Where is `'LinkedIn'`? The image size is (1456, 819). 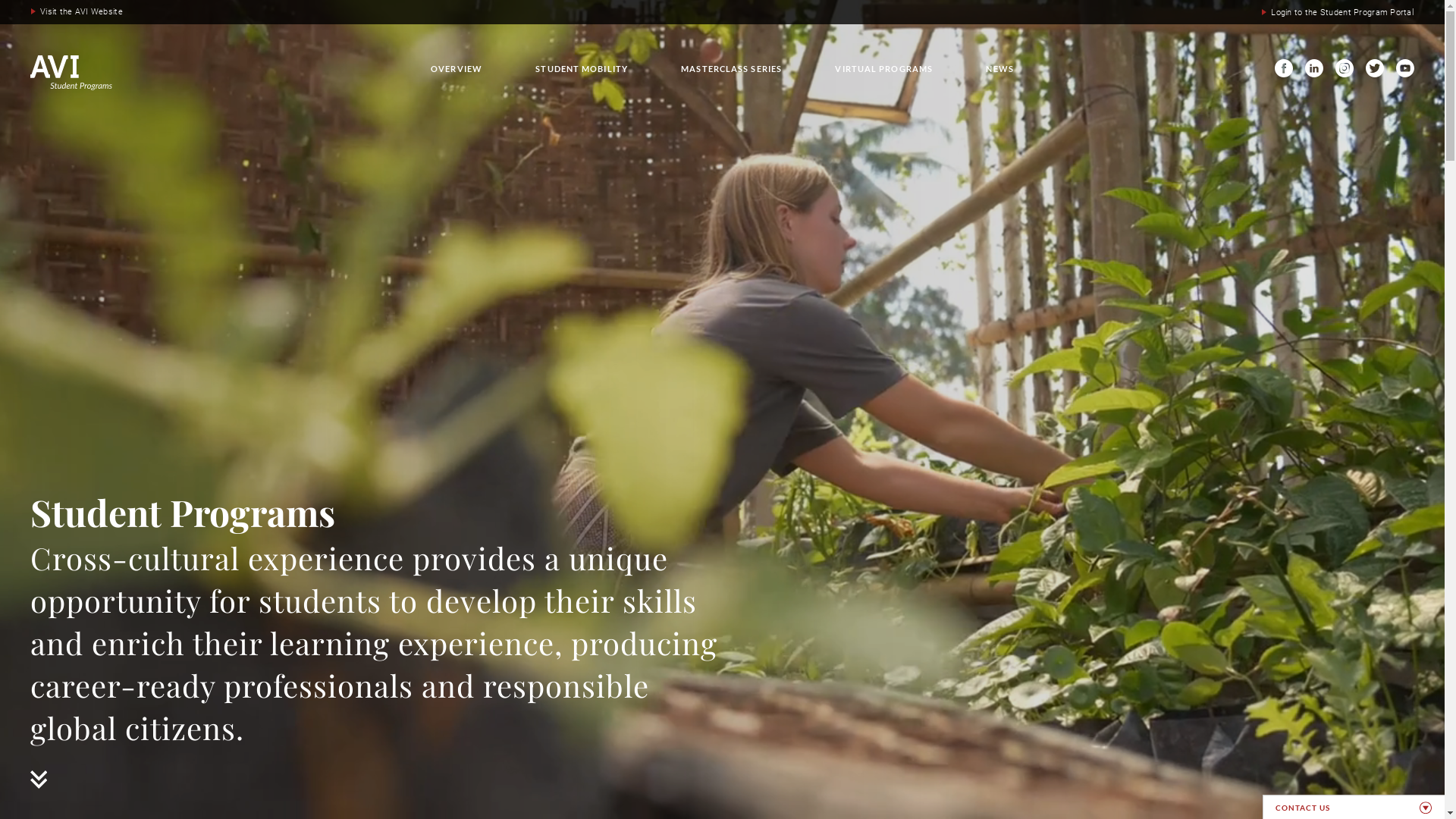 'LinkedIn' is located at coordinates (1313, 67).